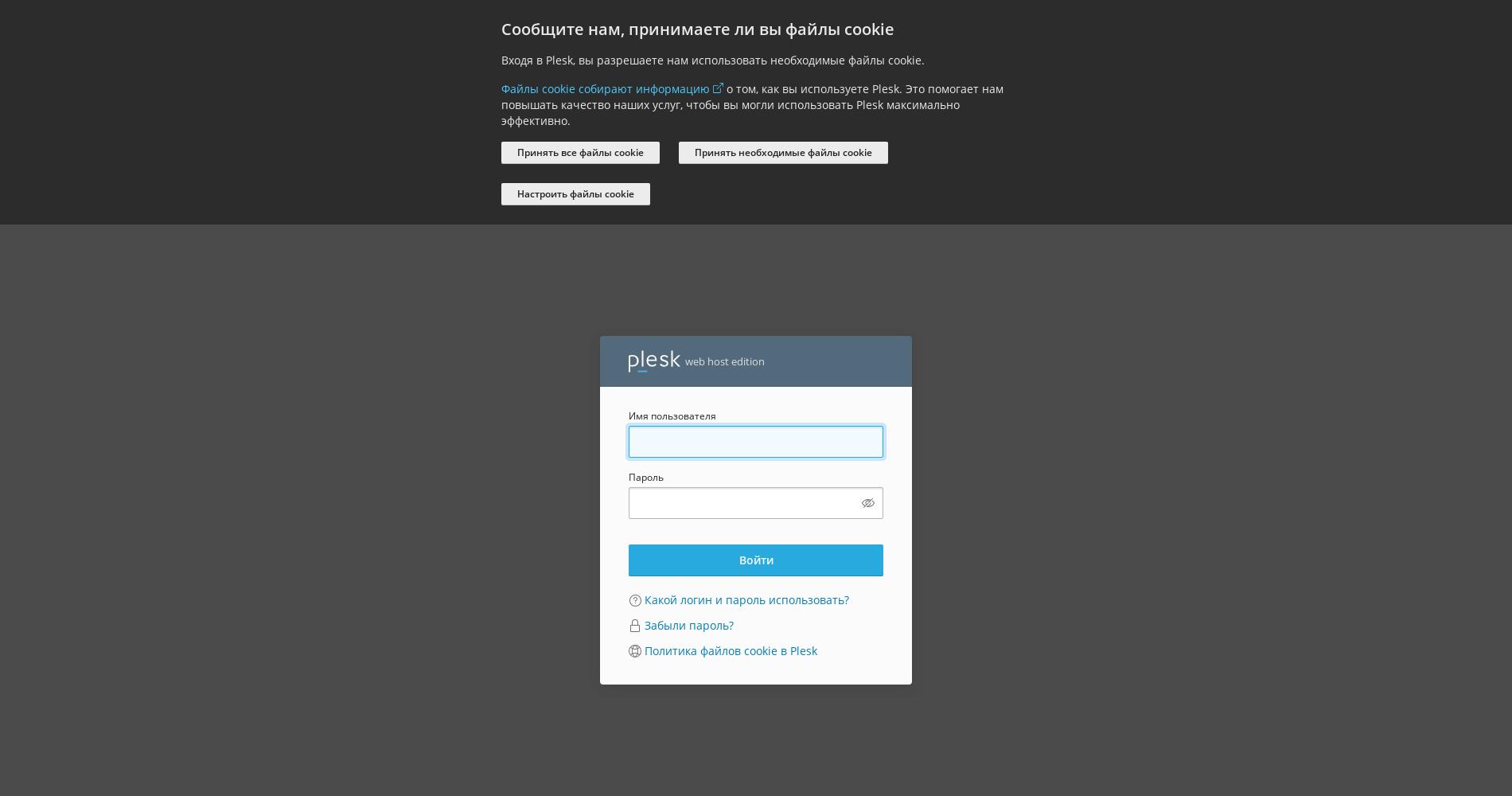 Image resolution: width=1512 pixels, height=796 pixels. What do you see at coordinates (604, 88) in the screenshot?
I see `'Файлы cookie собирают информацию'` at bounding box center [604, 88].